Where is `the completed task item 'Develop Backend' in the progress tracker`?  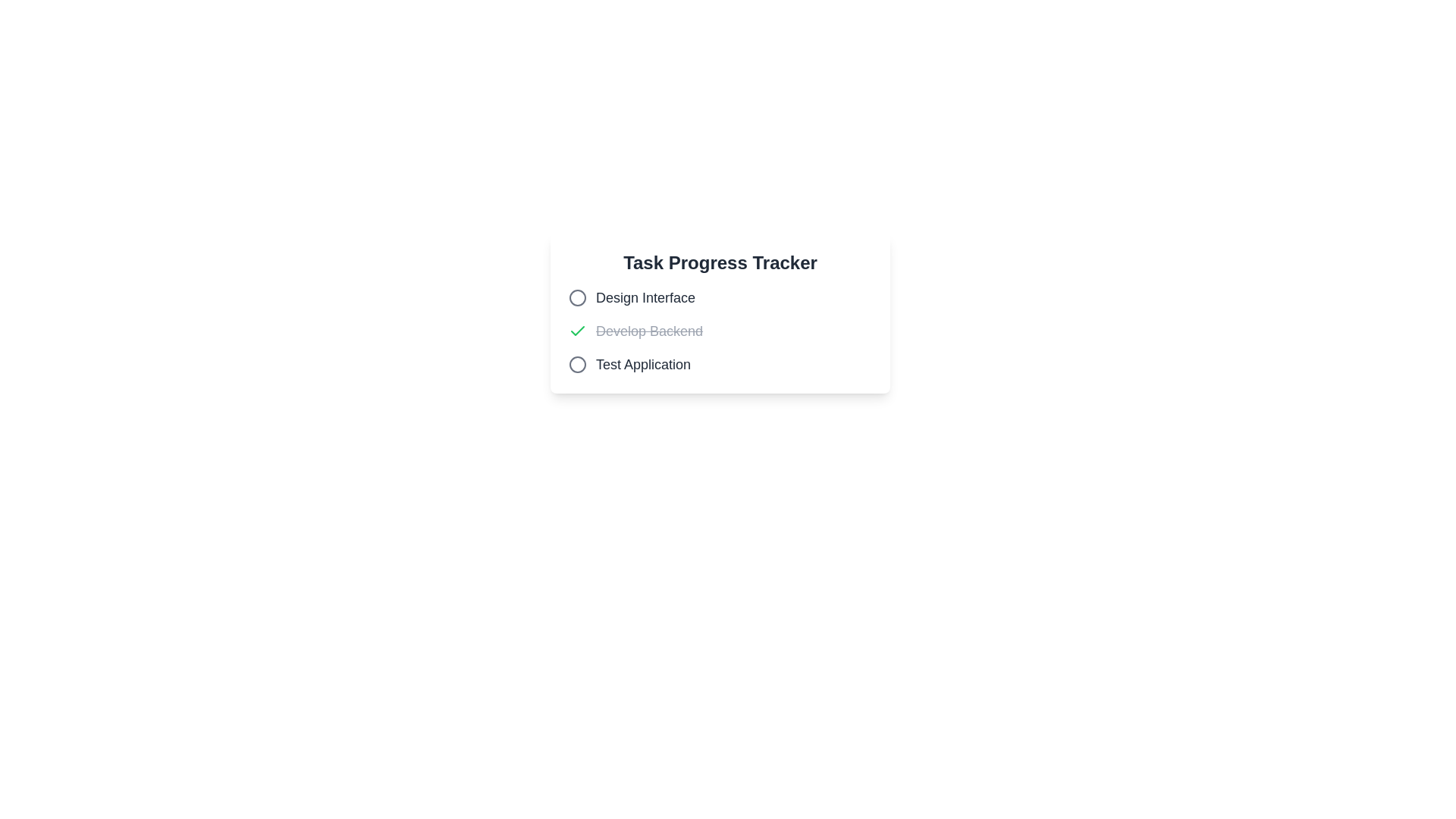 the completed task item 'Develop Backend' in the progress tracker is located at coordinates (720, 330).